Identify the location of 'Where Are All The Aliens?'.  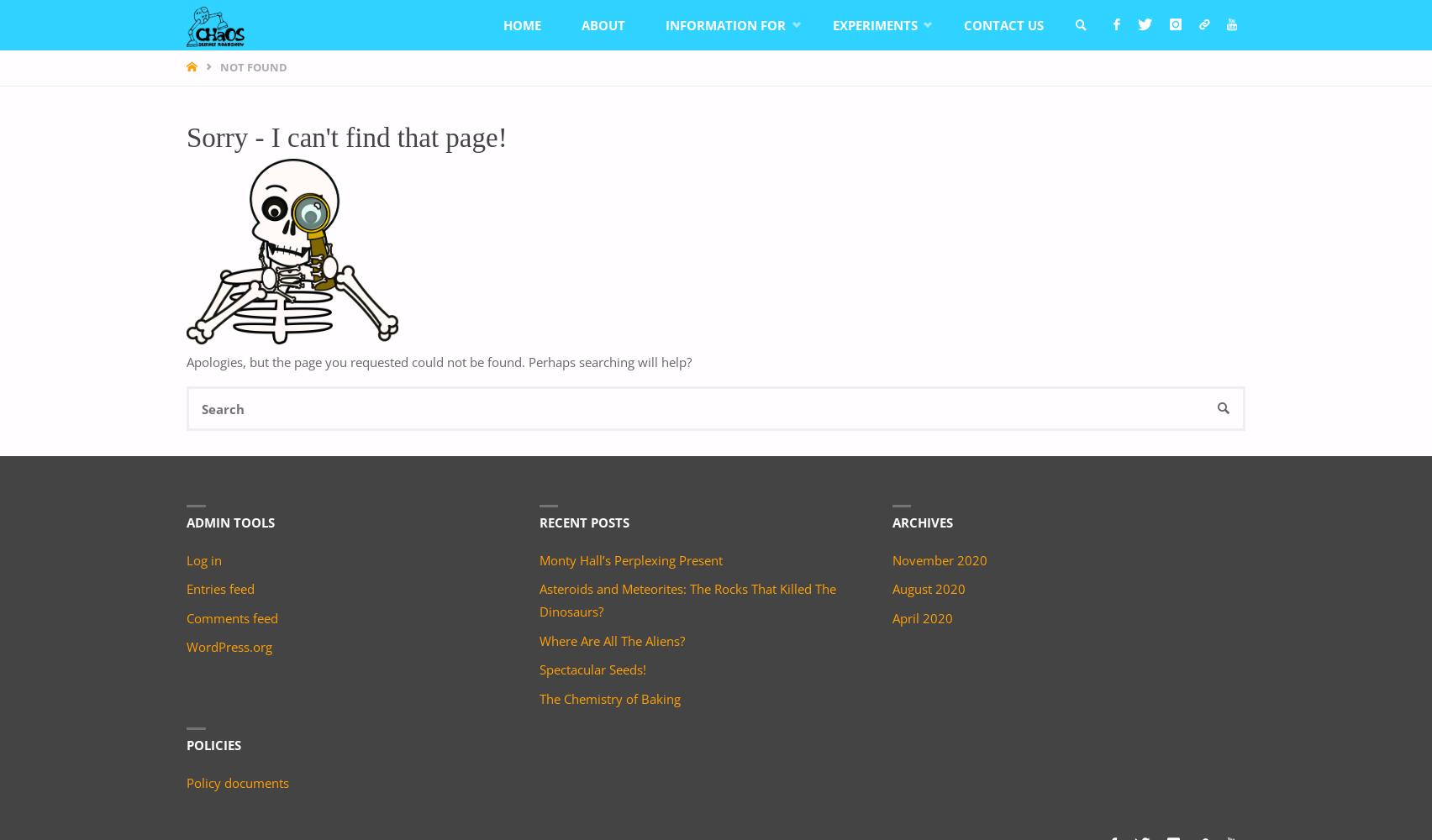
(610, 640).